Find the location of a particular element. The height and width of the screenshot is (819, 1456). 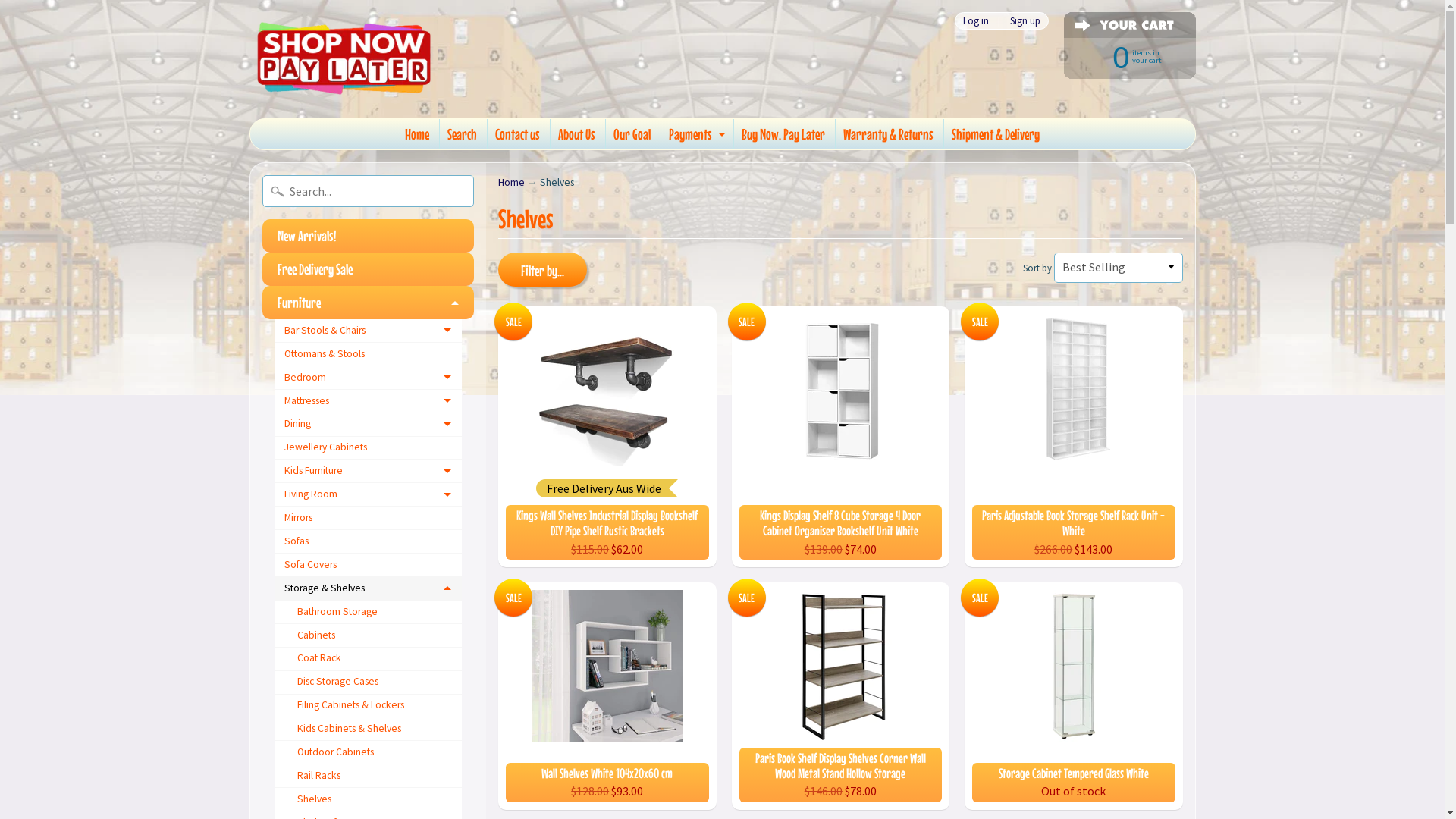

'Mattresses' is located at coordinates (274, 400).